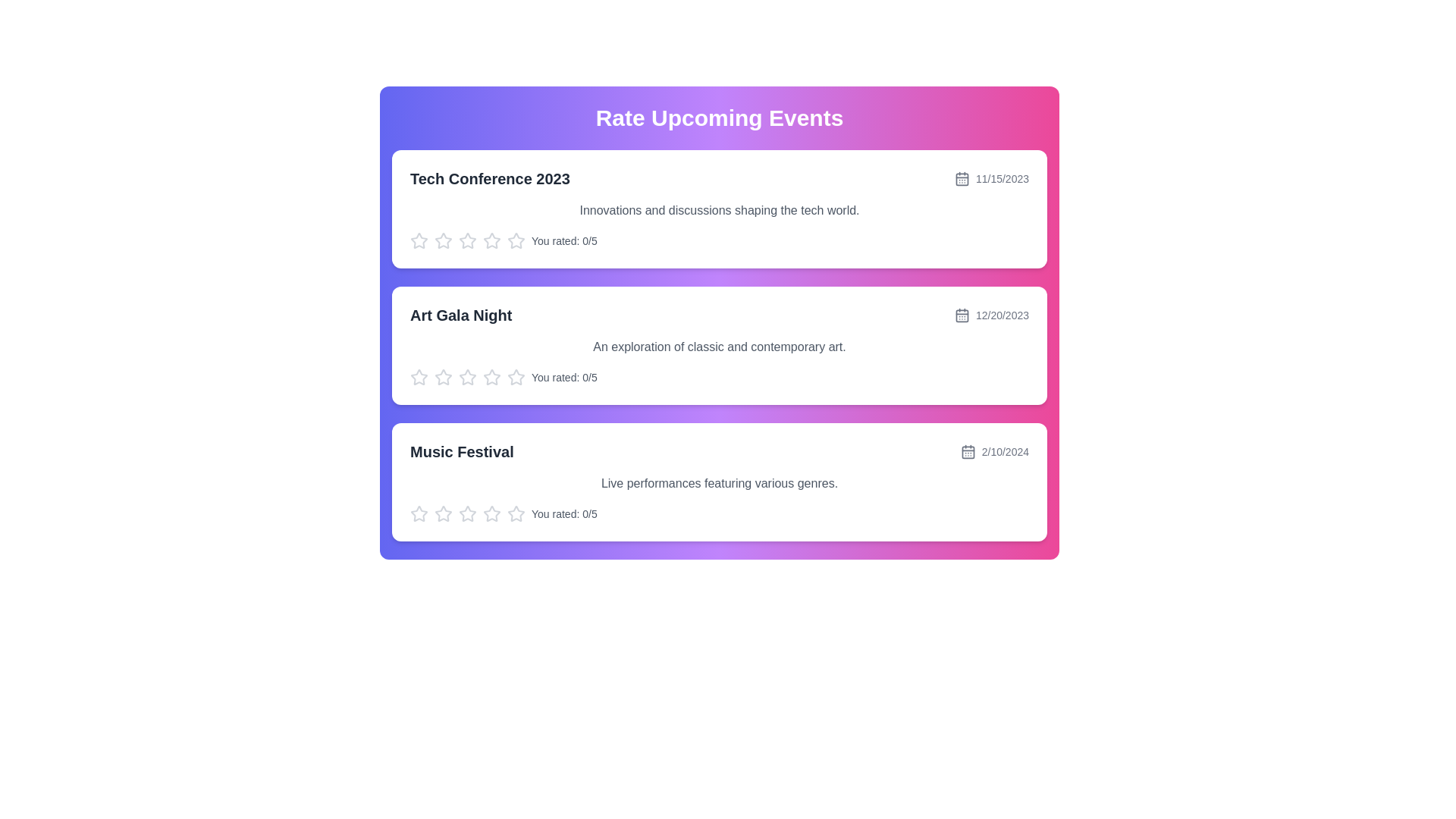 This screenshot has width=1456, height=819. What do you see at coordinates (419, 513) in the screenshot?
I see `the first star rating icon (SVG) in the Music Festival card to rate the event` at bounding box center [419, 513].